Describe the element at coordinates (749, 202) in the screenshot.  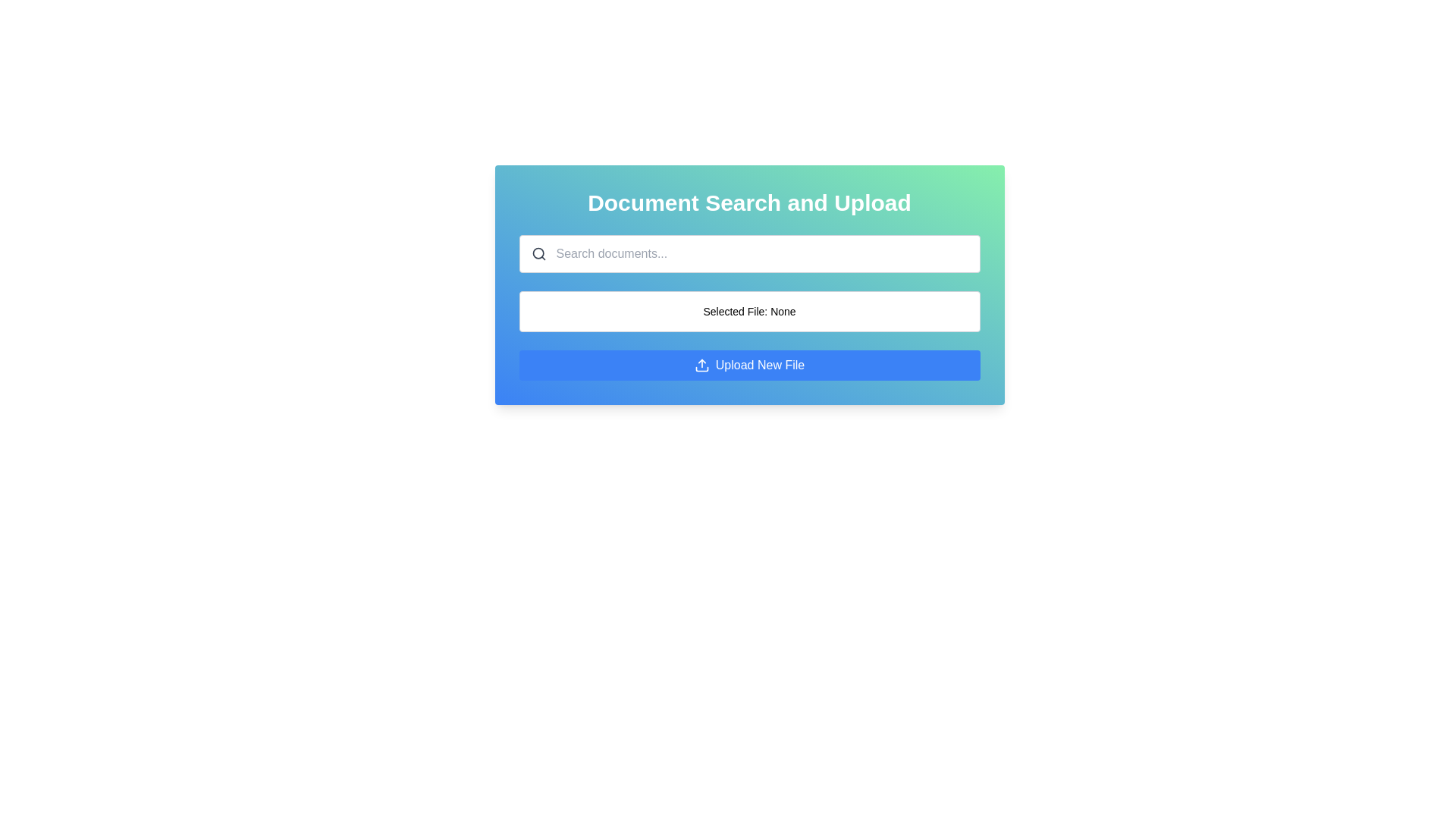
I see `the Header text element that serves as the title for the section, positioned at the uppermost part of a rounded-corner box with a gradient background` at that location.